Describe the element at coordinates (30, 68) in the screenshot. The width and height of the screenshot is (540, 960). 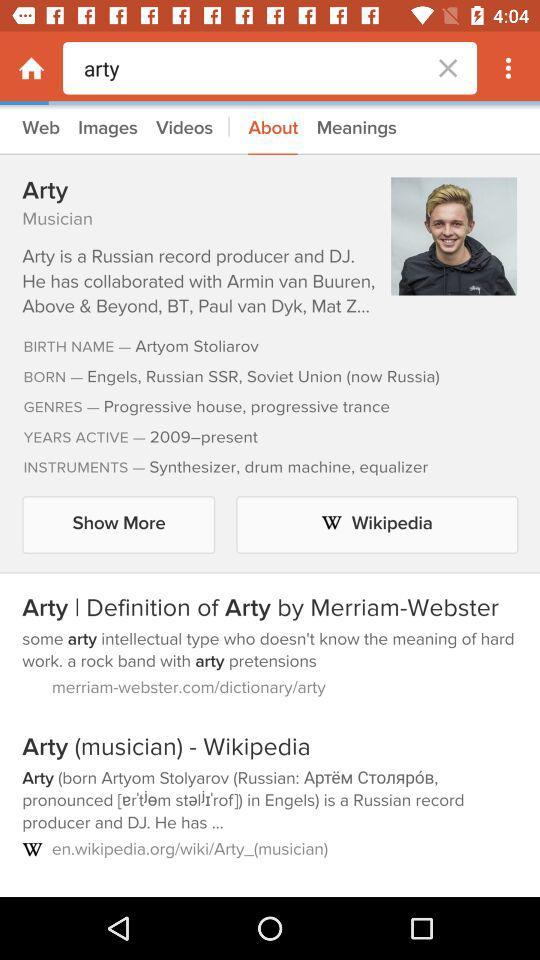
I see `home page` at that location.